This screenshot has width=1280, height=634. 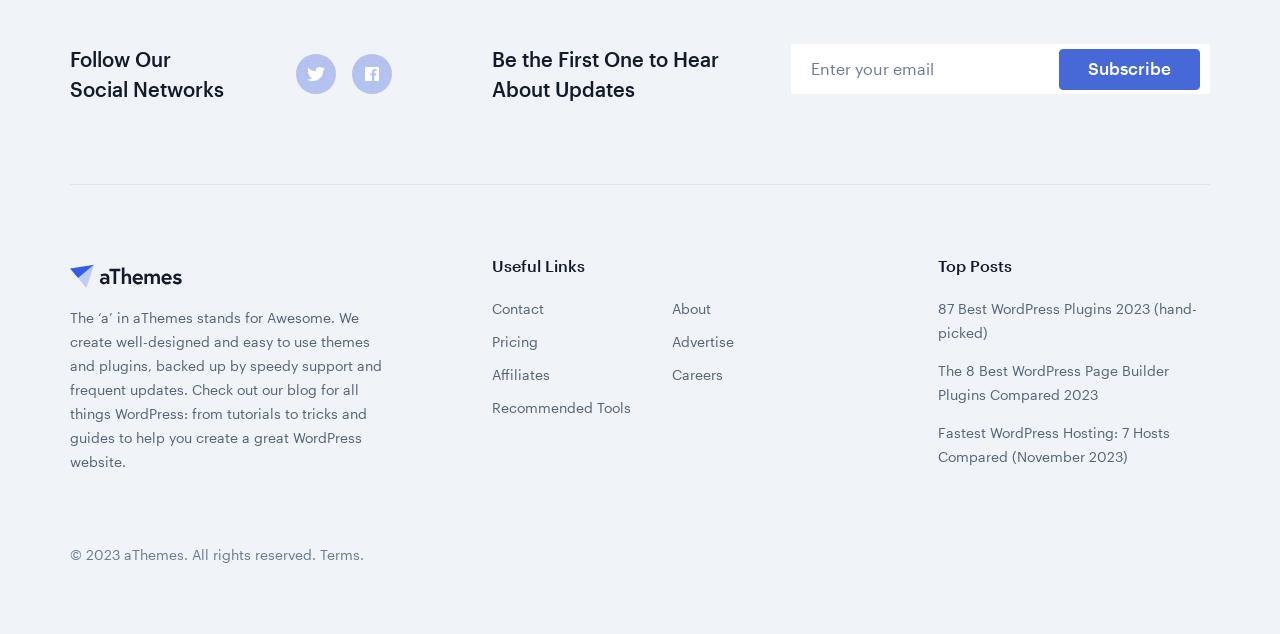 I want to click on 'Careers', so click(x=670, y=122).